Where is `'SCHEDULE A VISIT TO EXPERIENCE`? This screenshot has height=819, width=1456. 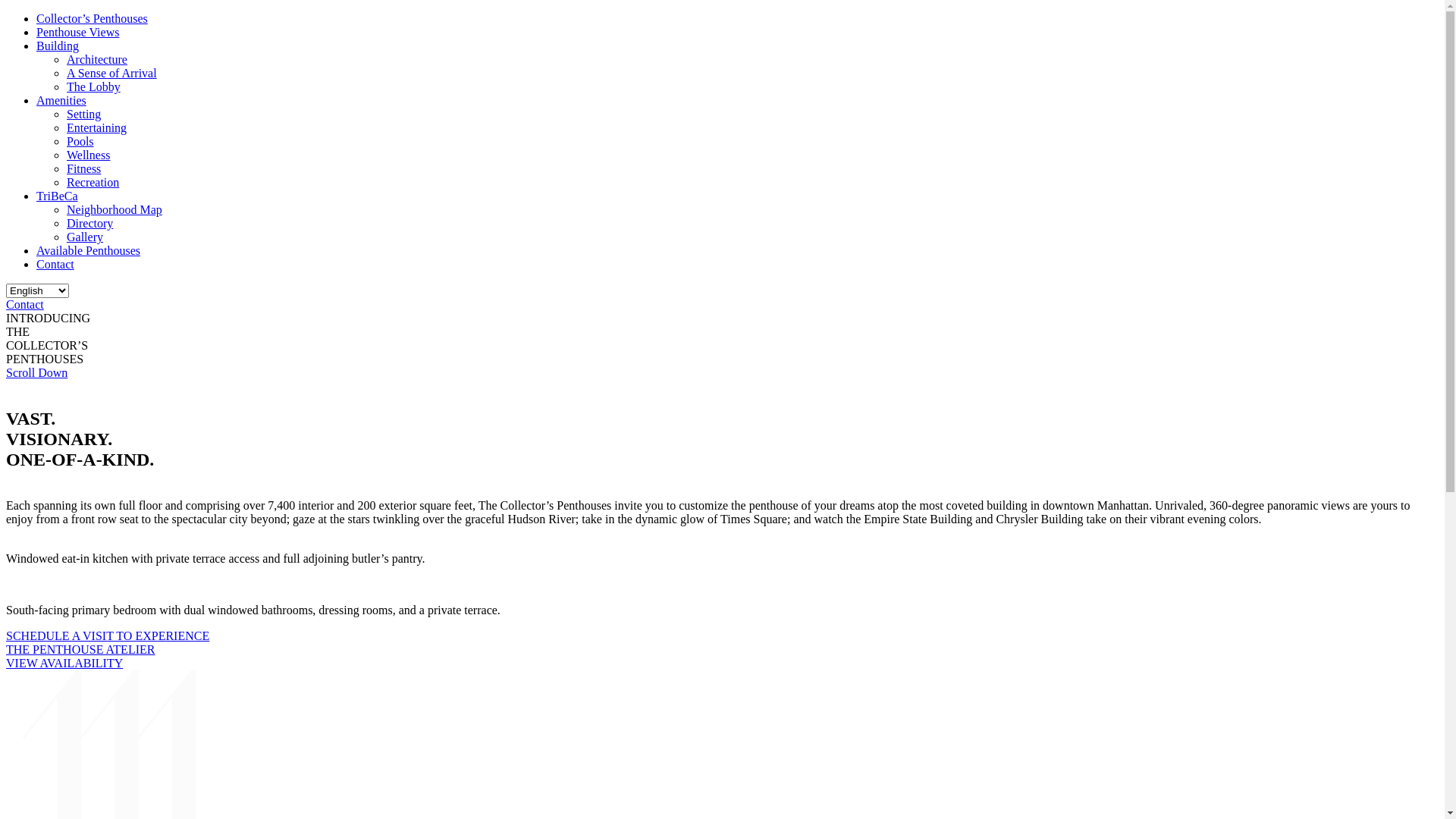
'SCHEDULE A VISIT TO EXPERIENCE is located at coordinates (107, 642).